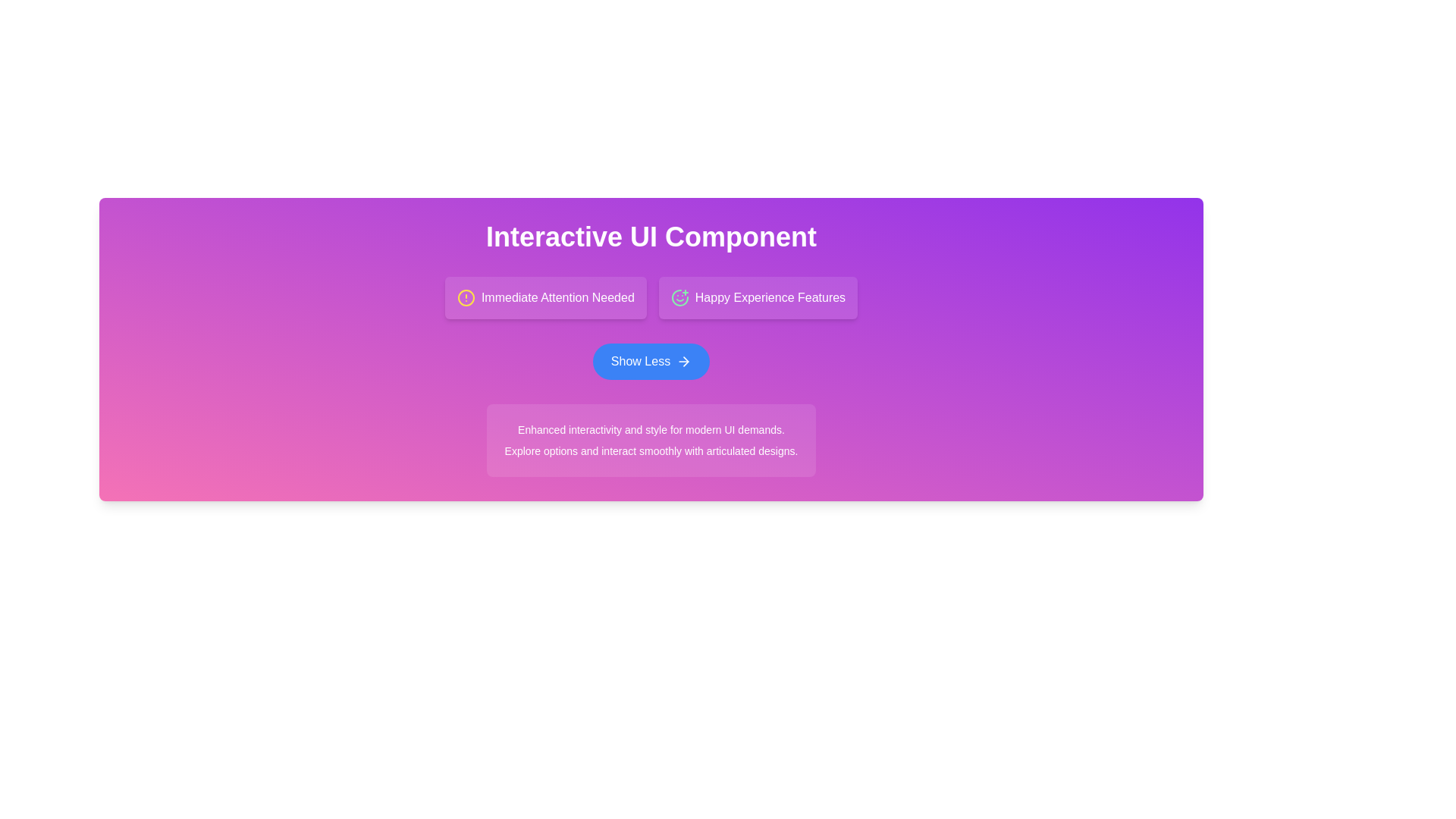 The height and width of the screenshot is (819, 1456). I want to click on the pill-shaped button with a purple background and white text reading 'Happy Experience Features', so click(758, 298).